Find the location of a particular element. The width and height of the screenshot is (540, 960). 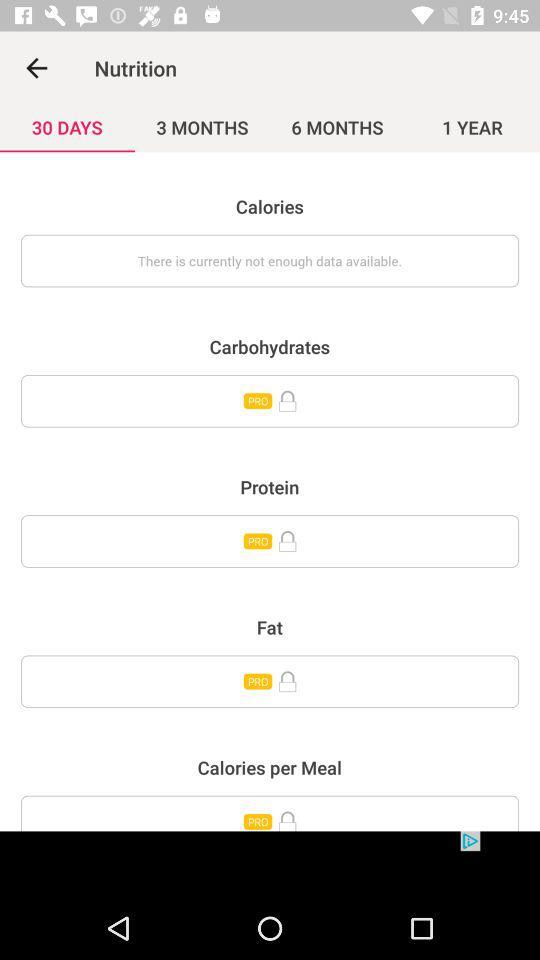

click the calories per meal is located at coordinates (270, 813).